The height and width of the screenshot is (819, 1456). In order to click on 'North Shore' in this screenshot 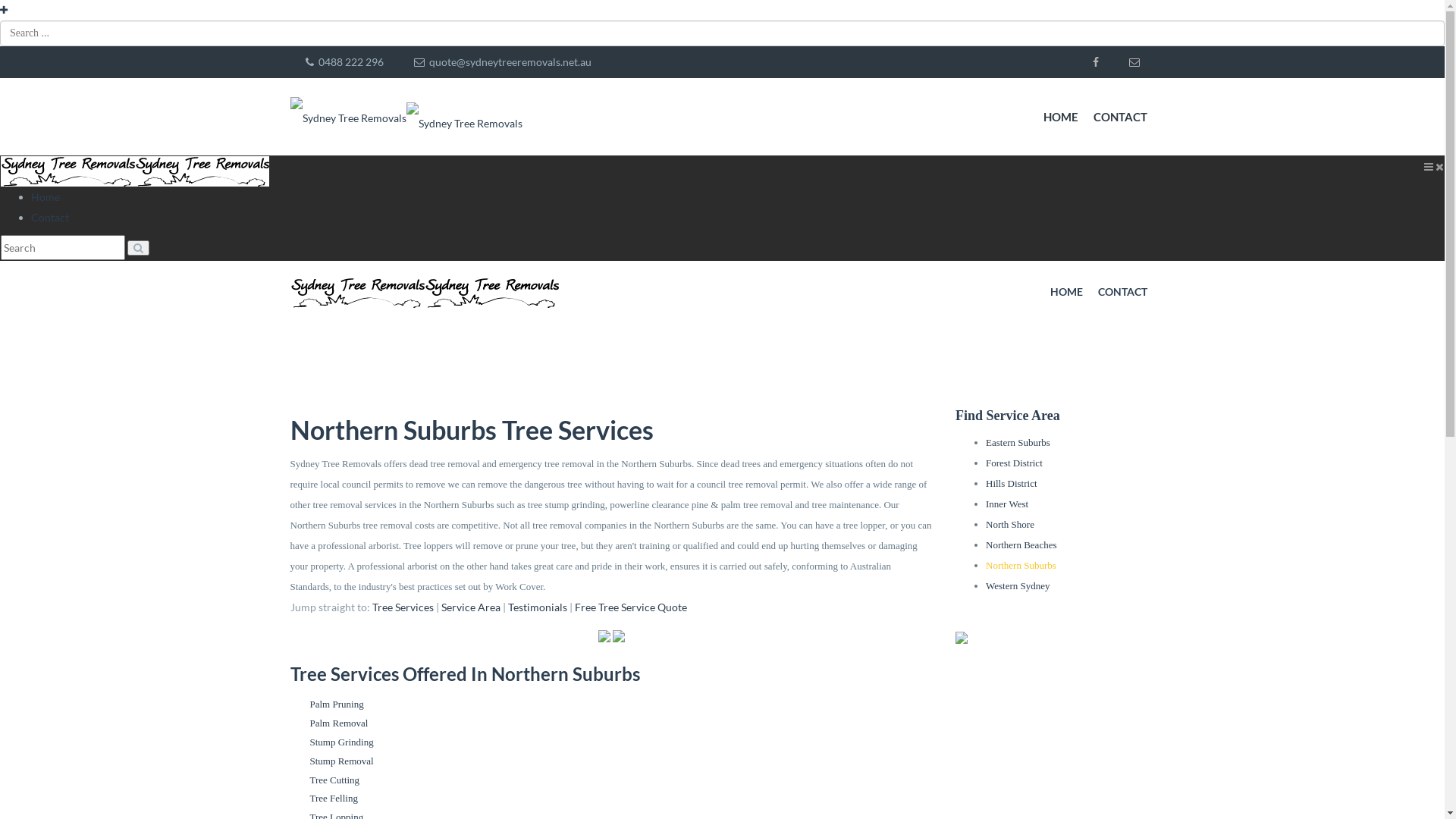, I will do `click(1010, 523)`.